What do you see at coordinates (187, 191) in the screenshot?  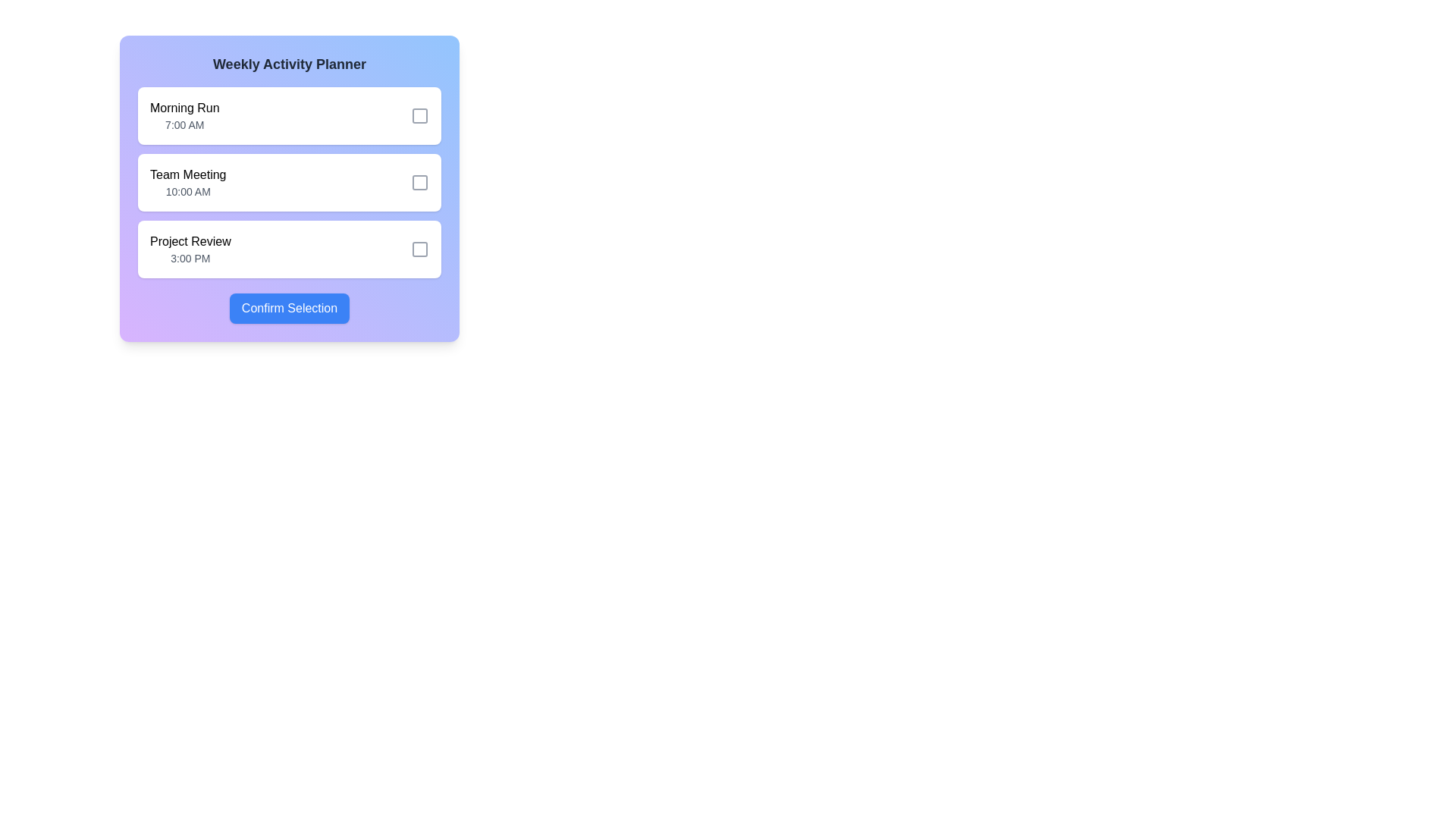 I see `the text label displaying '10:00 AM', which is located beneath 'Team Meeting' in the second card of the 'Weekly Activity Planner' section` at bounding box center [187, 191].